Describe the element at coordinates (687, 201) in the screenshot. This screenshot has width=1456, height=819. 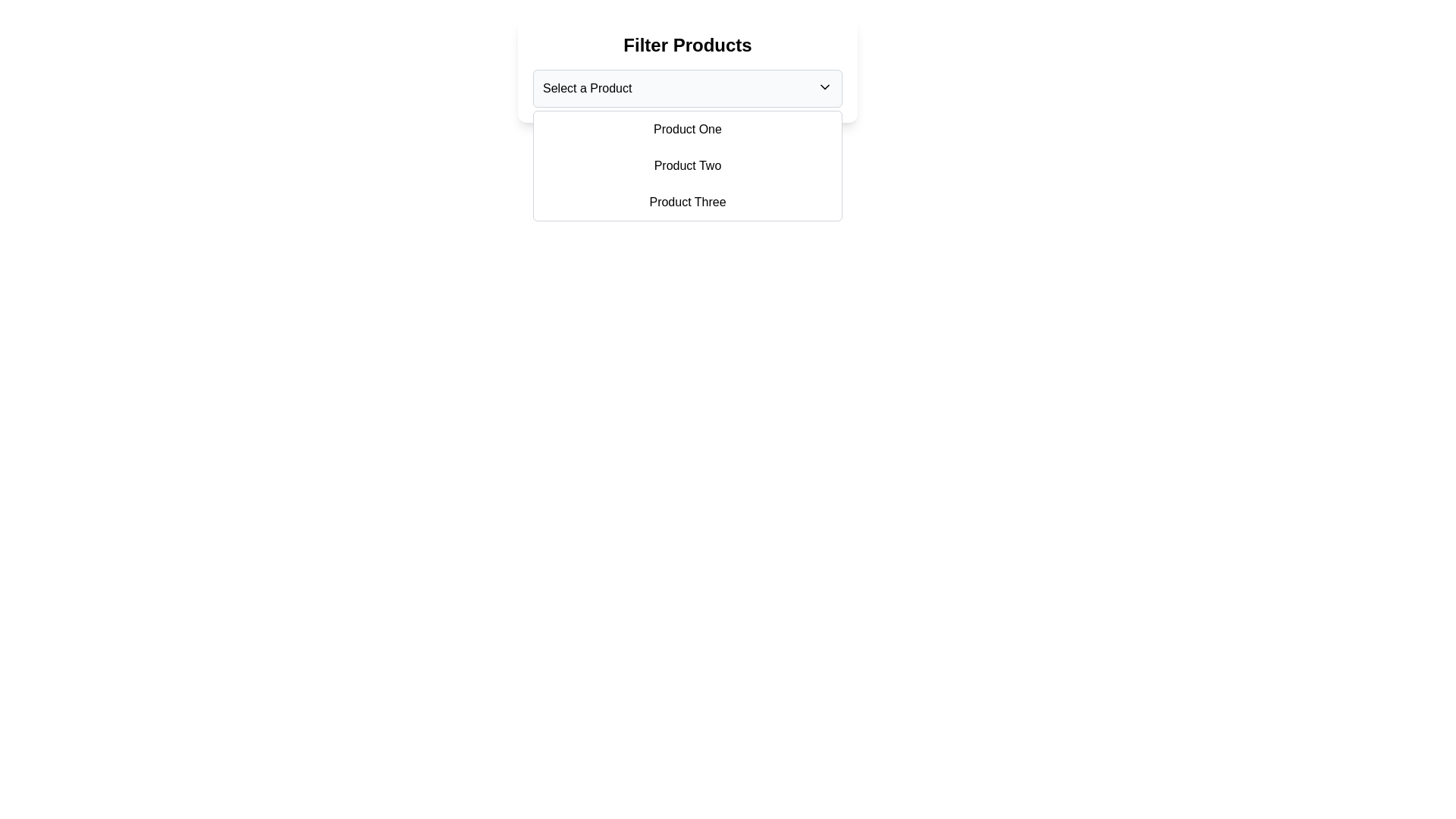
I see `the 'Product Three' option in the dropdown menu, which is the third item under 'Filter Products'` at that location.